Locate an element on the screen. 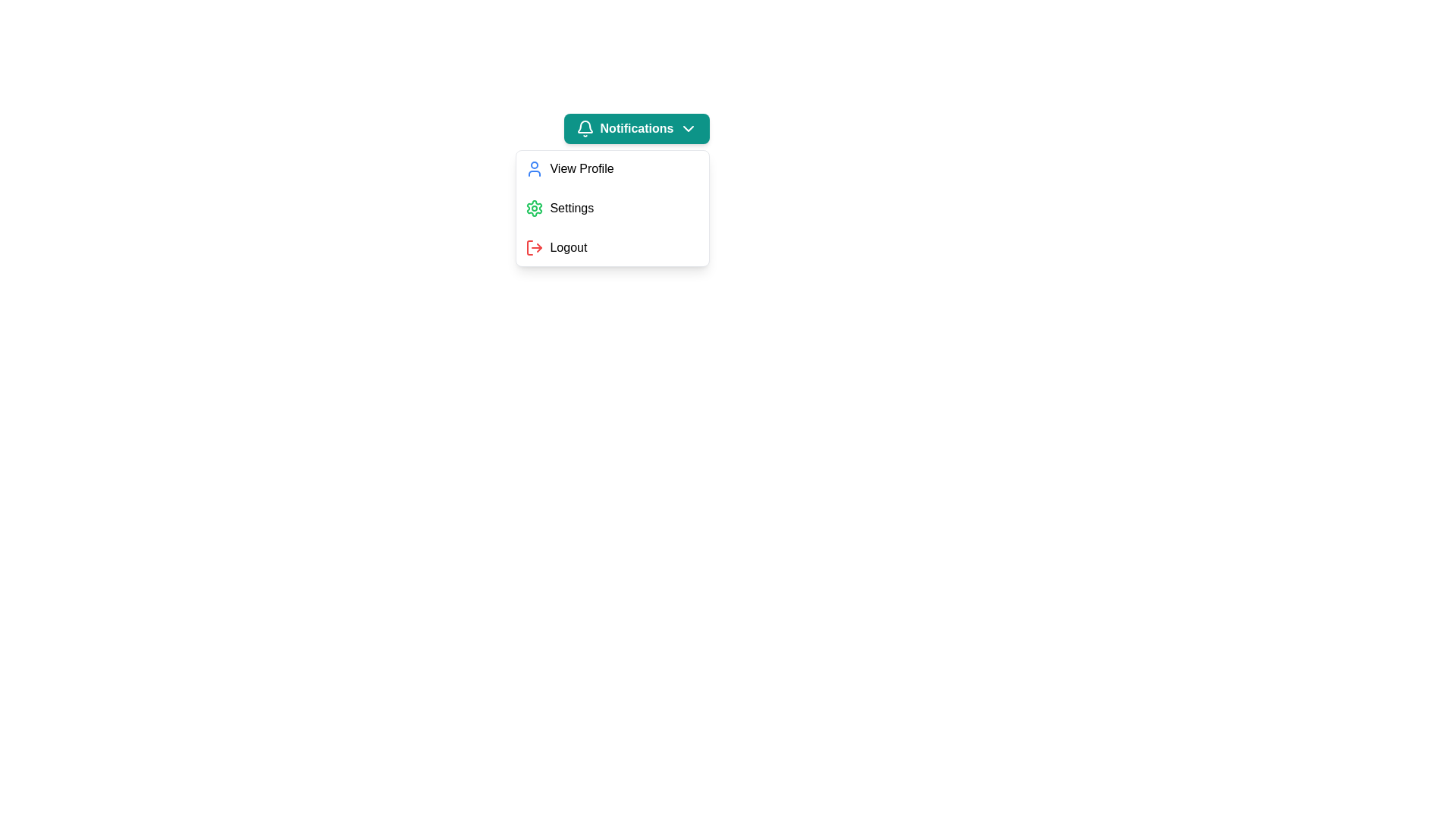 This screenshot has height=819, width=1456. the menu option View Profile is located at coordinates (613, 169).